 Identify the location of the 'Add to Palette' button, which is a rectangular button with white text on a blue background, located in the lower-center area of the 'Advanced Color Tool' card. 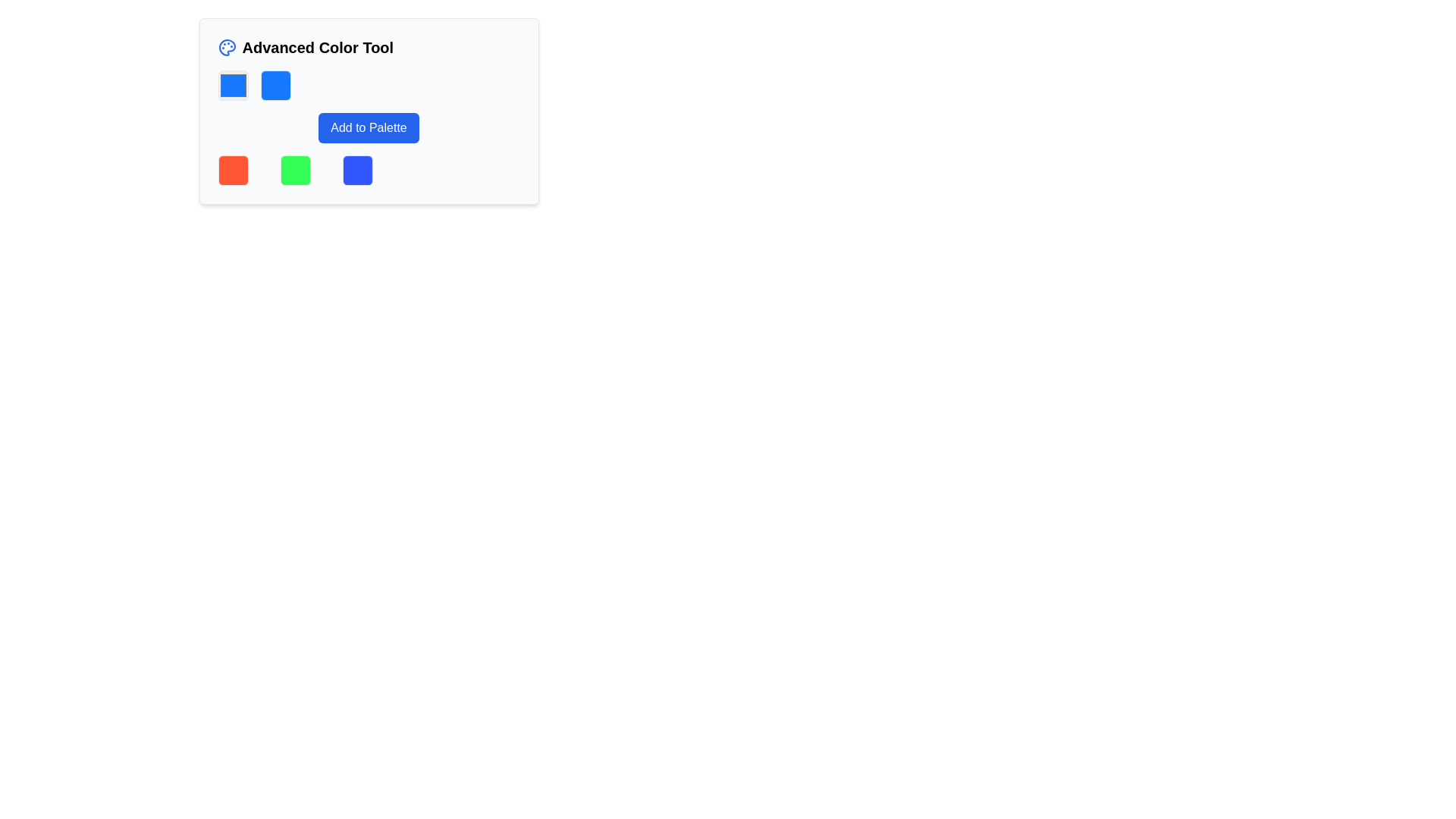
(369, 127).